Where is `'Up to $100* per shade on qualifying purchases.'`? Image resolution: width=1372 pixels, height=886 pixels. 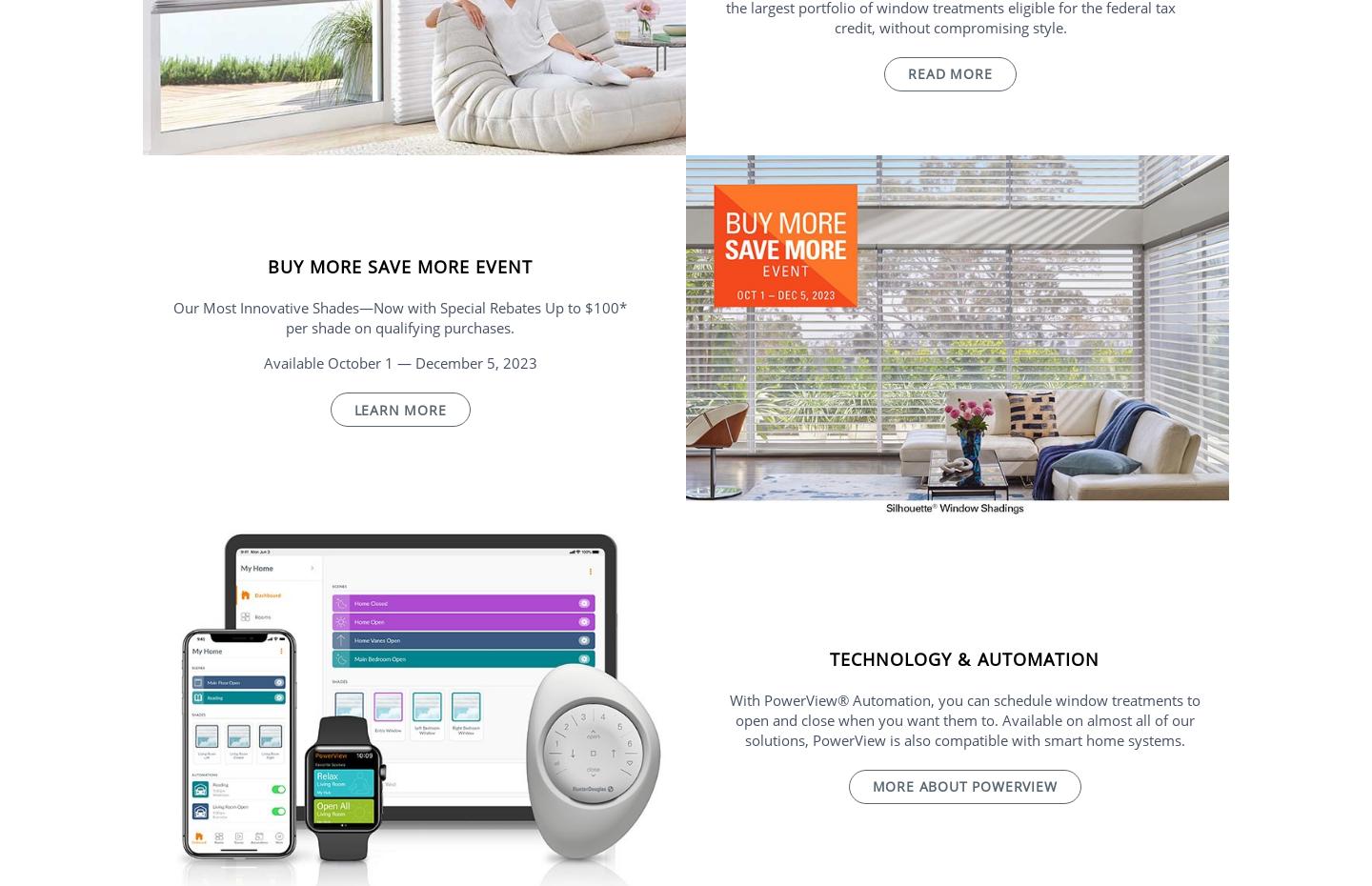 'Up to $100* per shade on qualifying purchases.' is located at coordinates (455, 316).